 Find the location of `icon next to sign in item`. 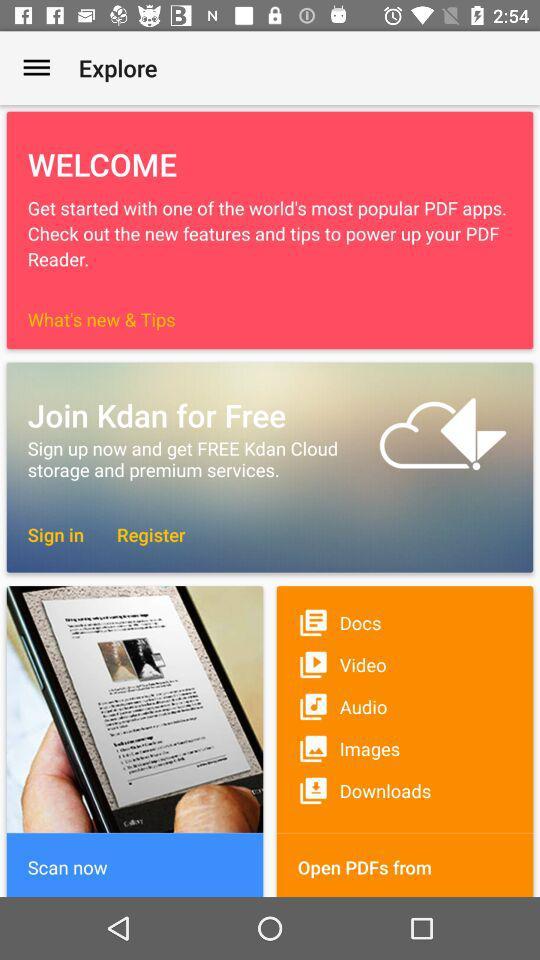

icon next to sign in item is located at coordinates (140, 533).